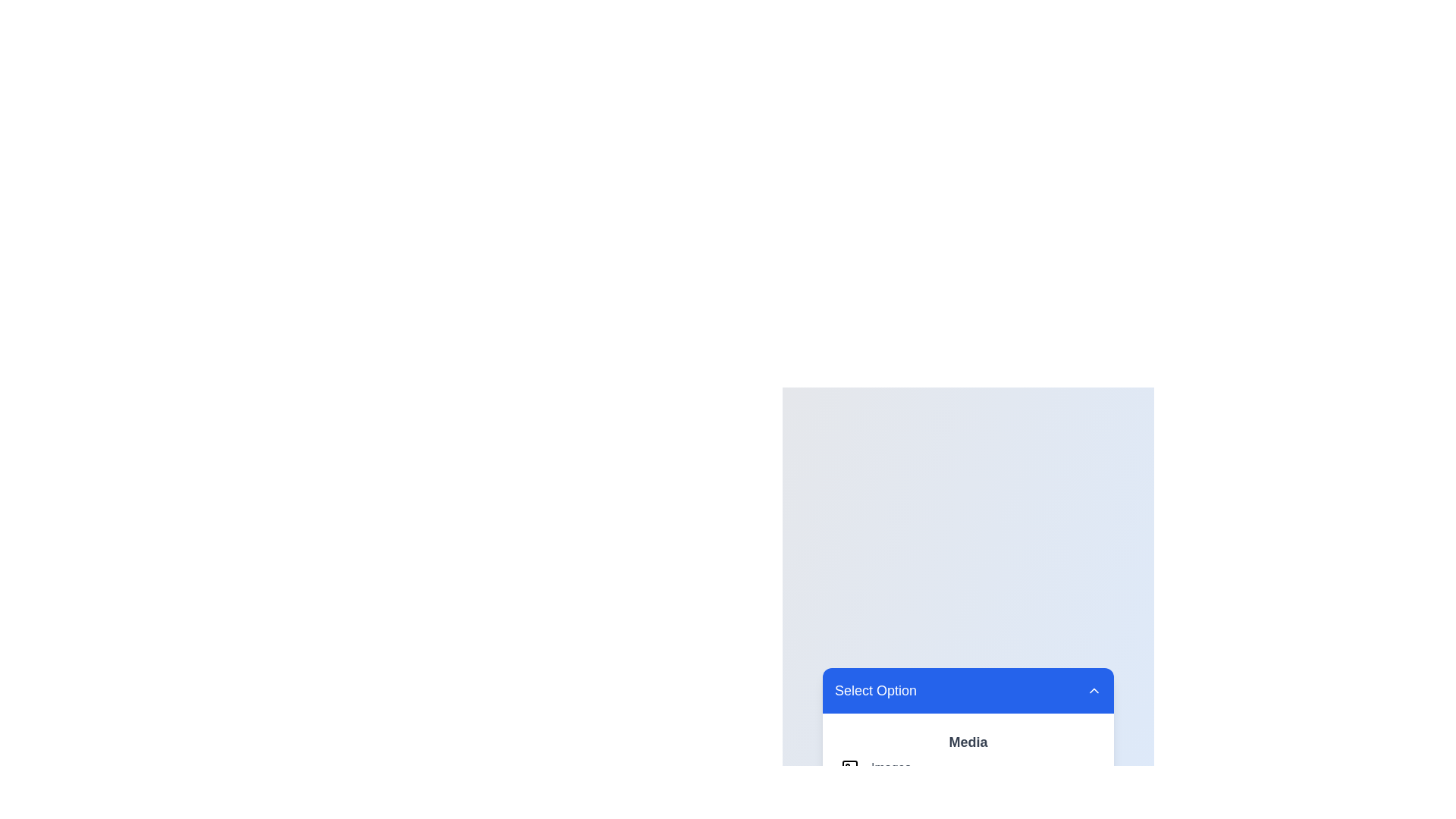 This screenshot has width=1456, height=819. I want to click on the 24x24 pixel icon depicting a simplified image symbol, which is the leftmost visual next to the label 'Images', so click(850, 767).